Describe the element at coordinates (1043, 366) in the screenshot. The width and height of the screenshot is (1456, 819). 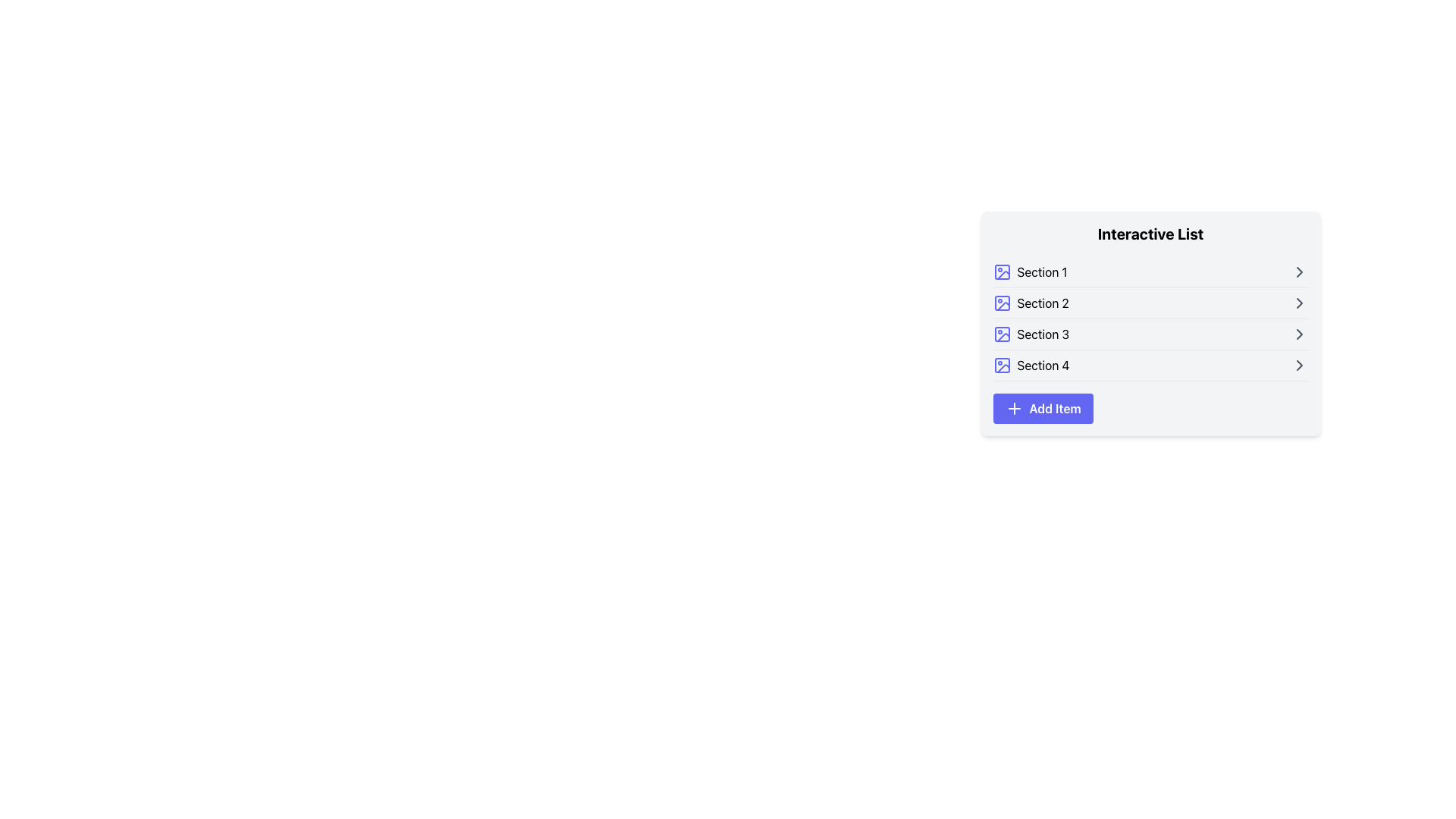
I see `the static text label 'Section 4', which is displayed in a bold, dark font and is the fourth item in a vertical list of sections, positioned to the right of an icon` at that location.